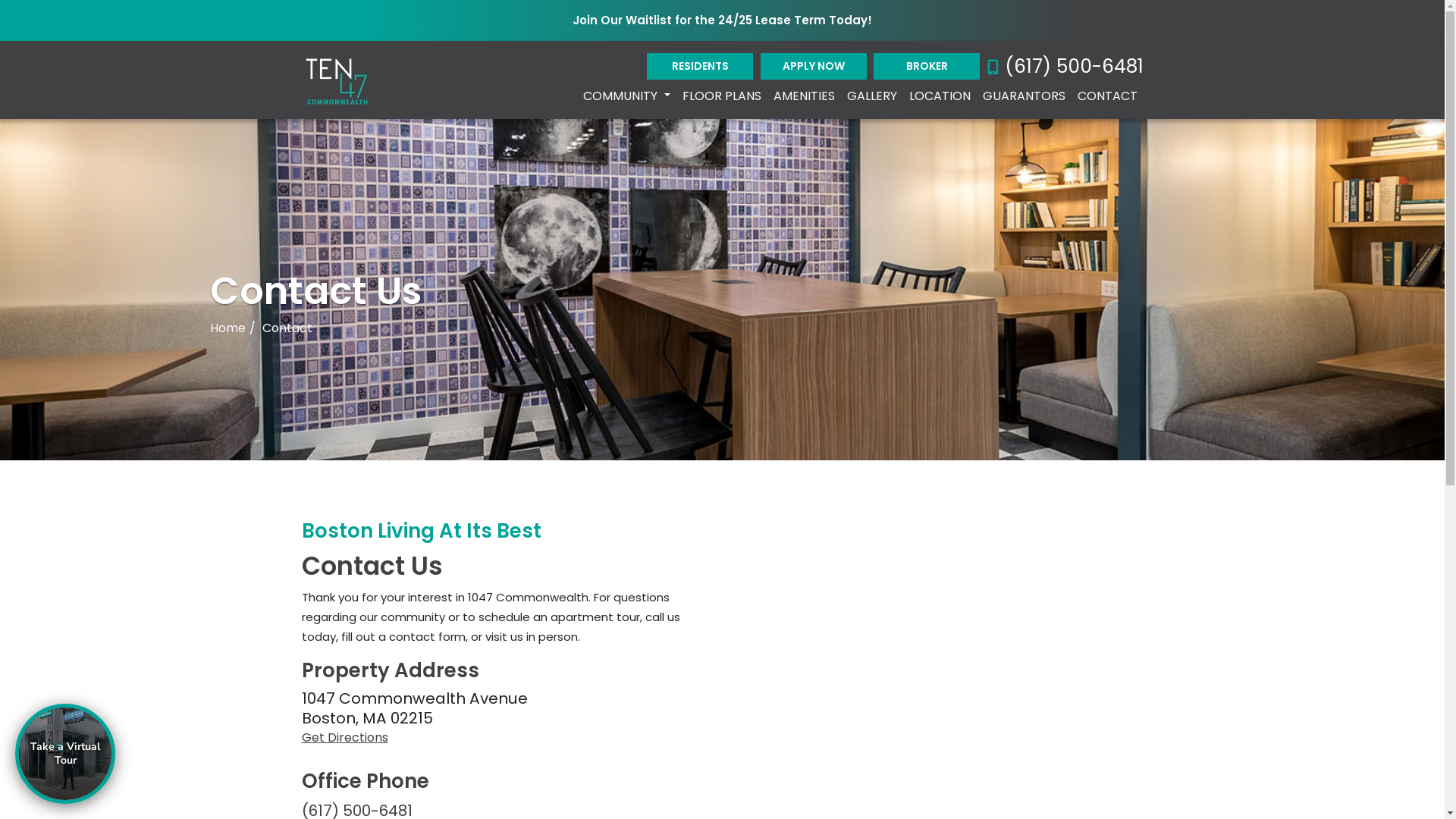 The image size is (1456, 819). What do you see at coordinates (874, 65) in the screenshot?
I see `'BROKER'` at bounding box center [874, 65].